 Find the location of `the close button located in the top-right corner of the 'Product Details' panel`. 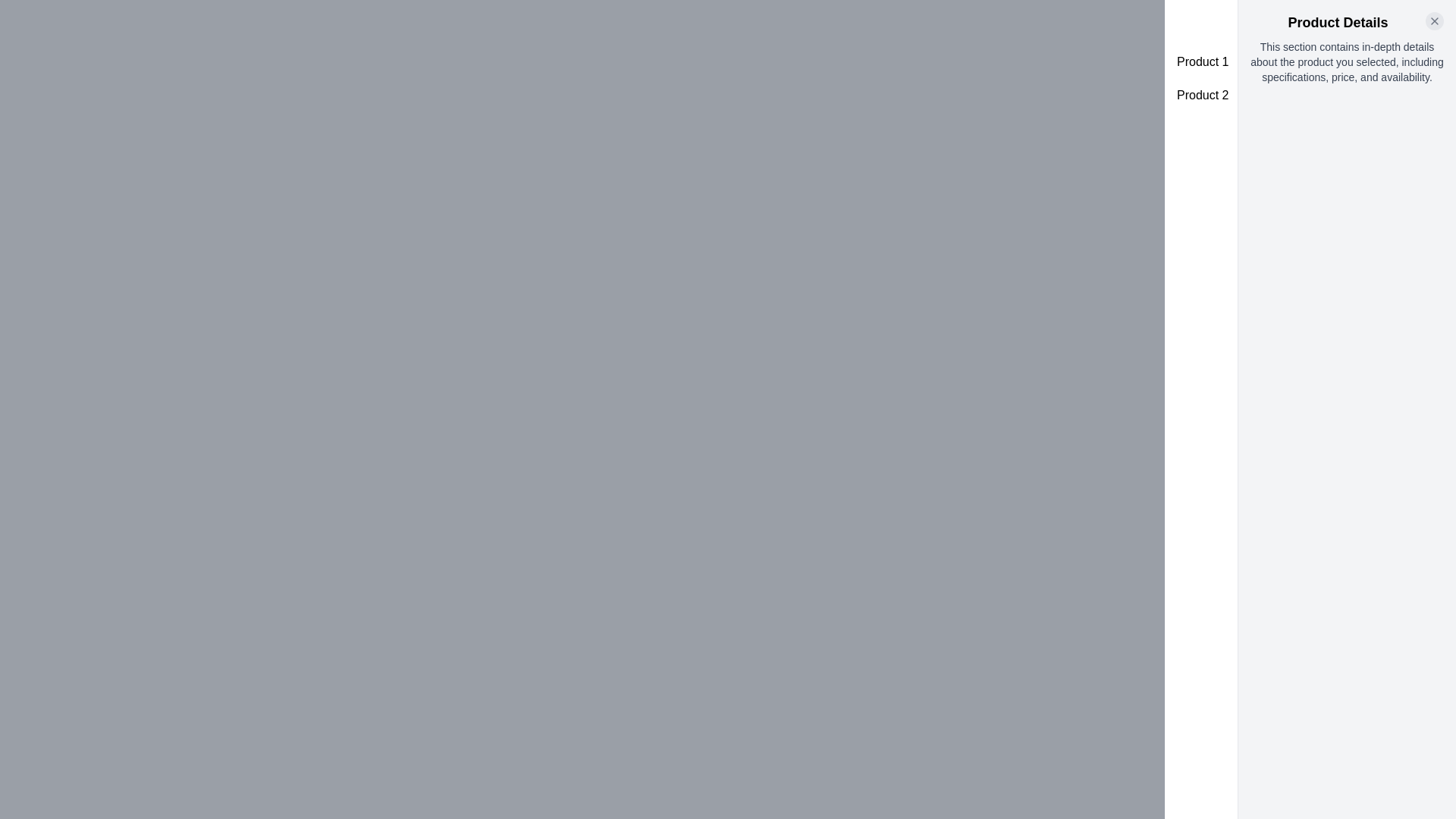

the close button located in the top-right corner of the 'Product Details' panel is located at coordinates (1433, 20).